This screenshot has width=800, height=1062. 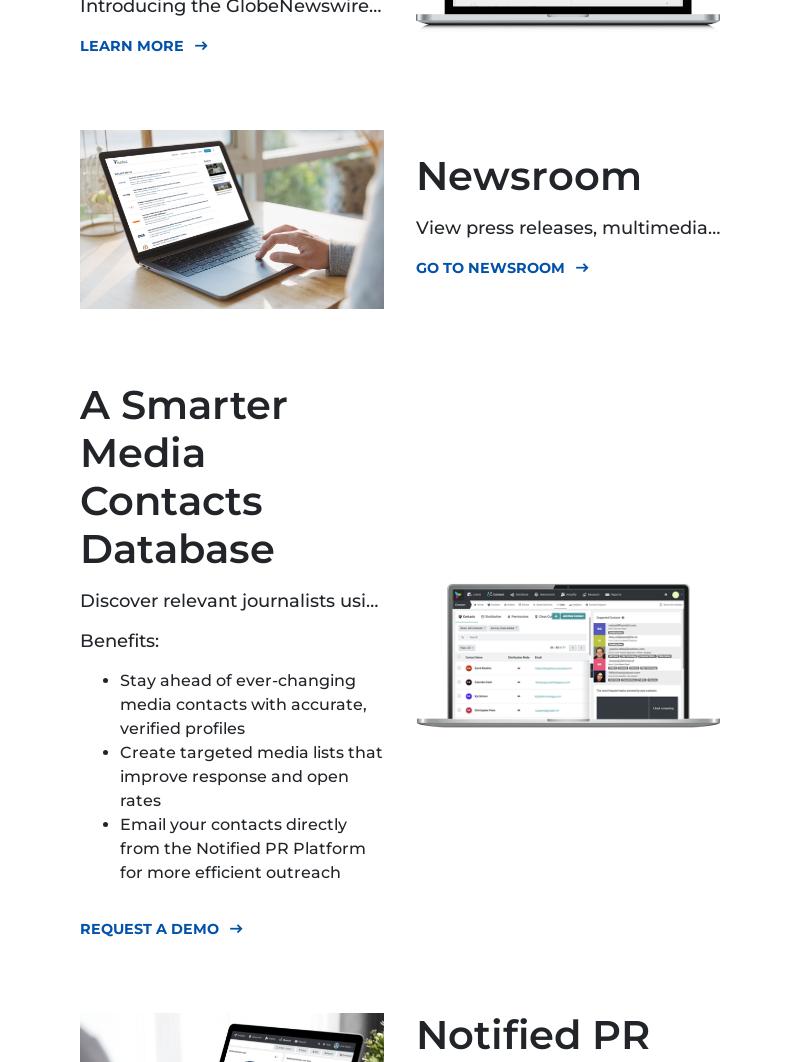 I want to click on 'A Smarter Media Contacts Database', so click(x=183, y=475).